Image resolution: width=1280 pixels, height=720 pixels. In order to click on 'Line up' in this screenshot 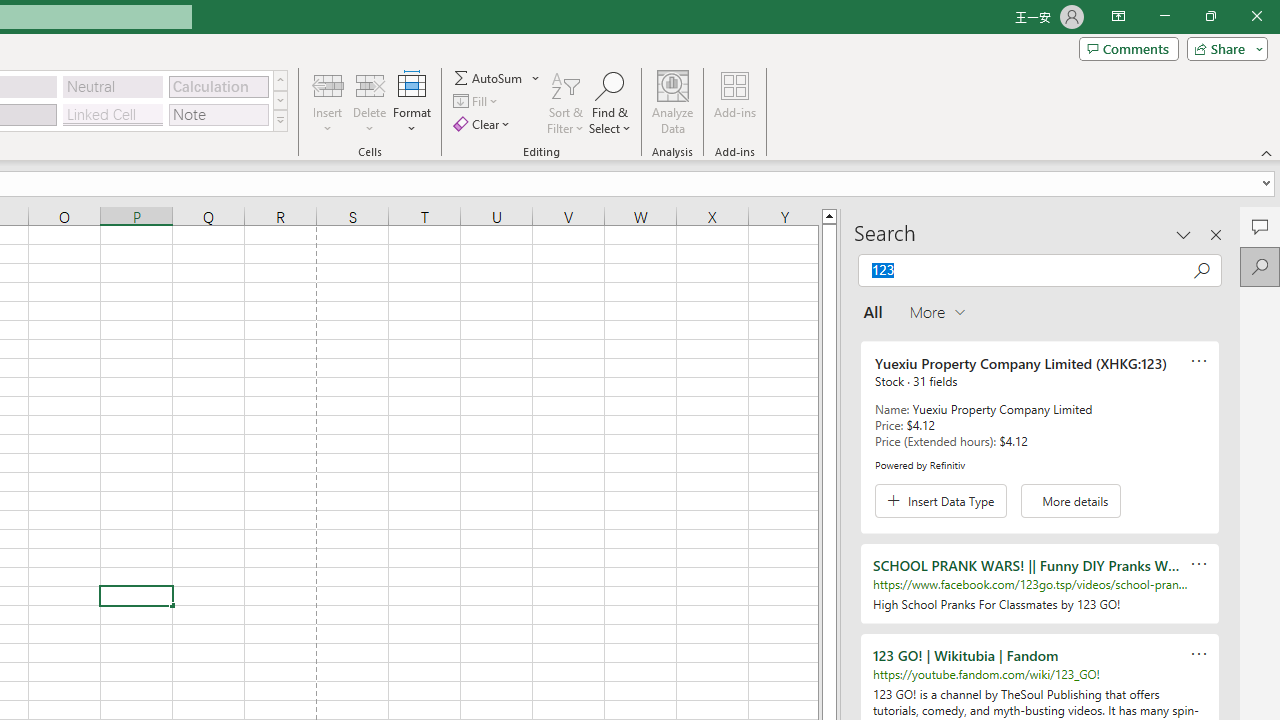, I will do `click(829, 215)`.